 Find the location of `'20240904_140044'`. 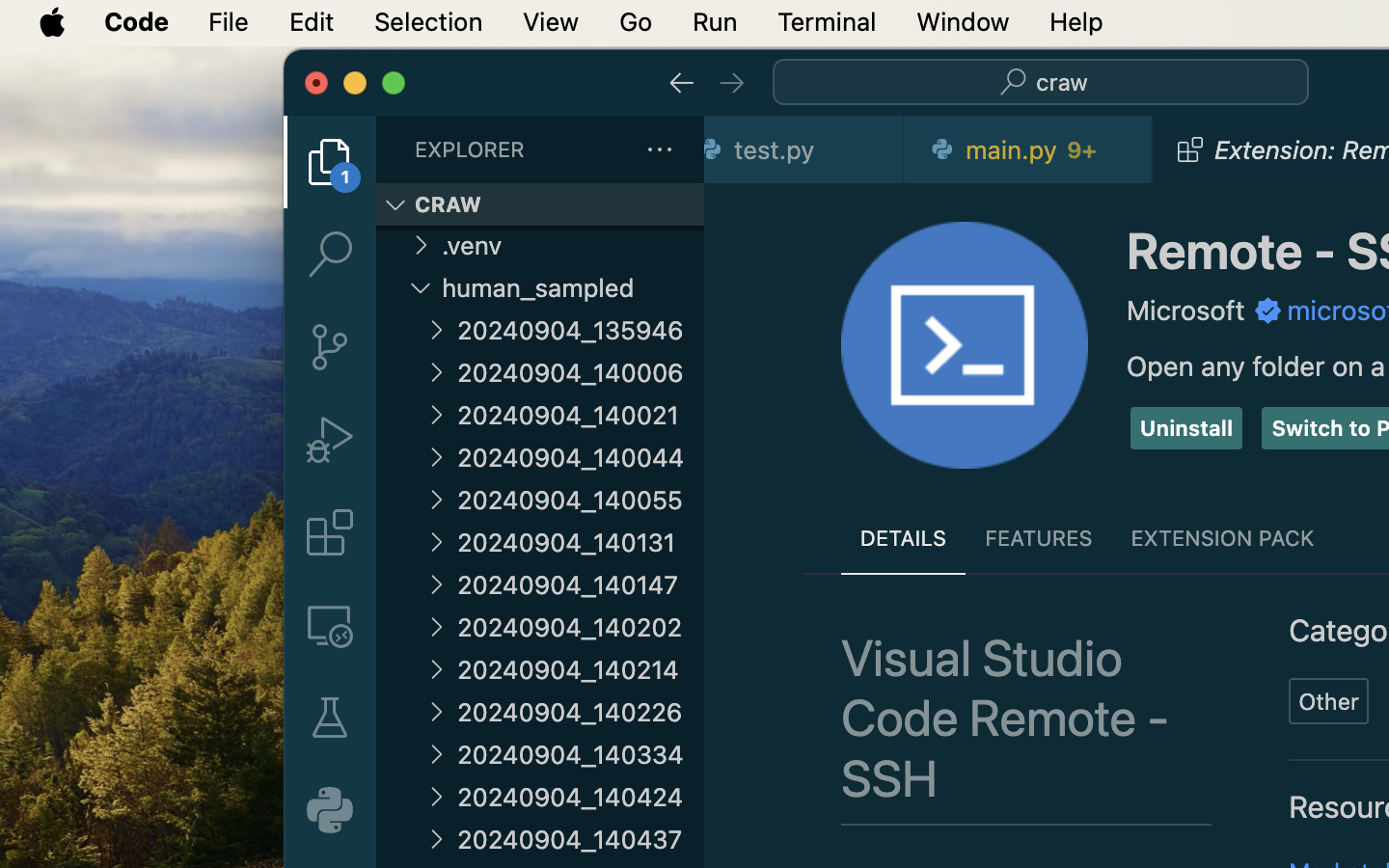

'20240904_140044' is located at coordinates (580, 456).